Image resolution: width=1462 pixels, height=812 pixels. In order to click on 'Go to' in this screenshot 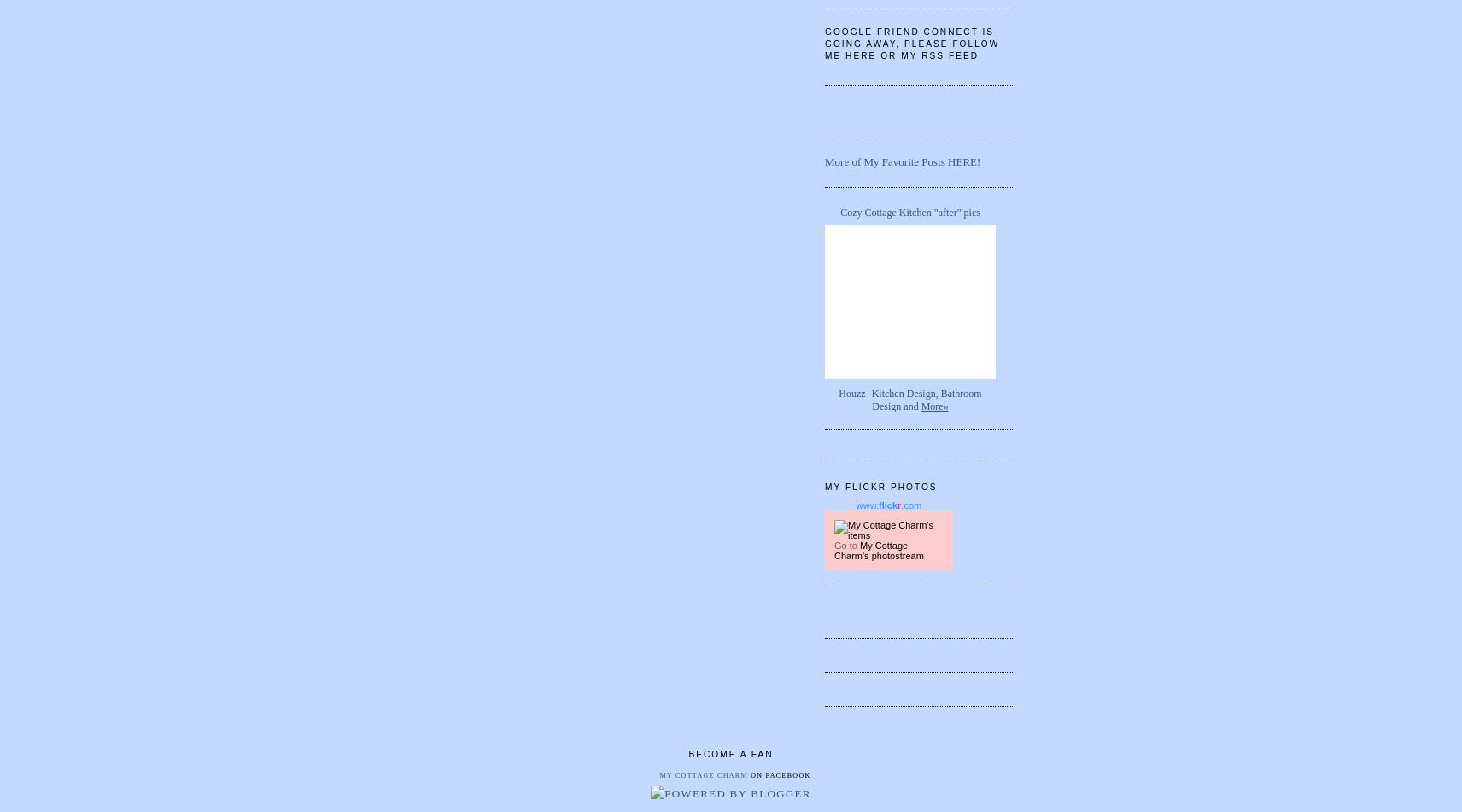, I will do `click(833, 544)`.